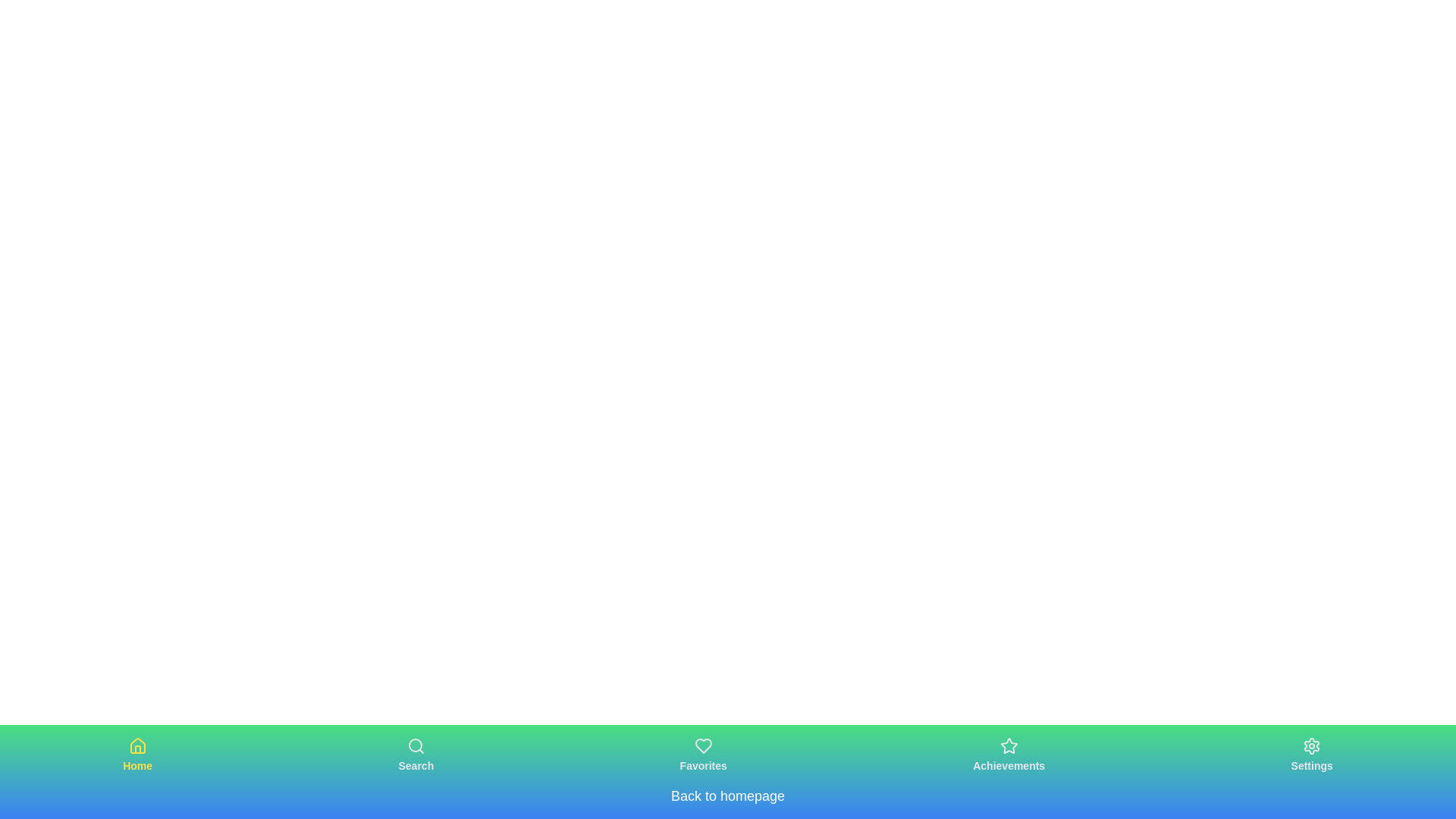 This screenshot has height=819, width=1456. I want to click on the tab labeled Settings, so click(1310, 755).